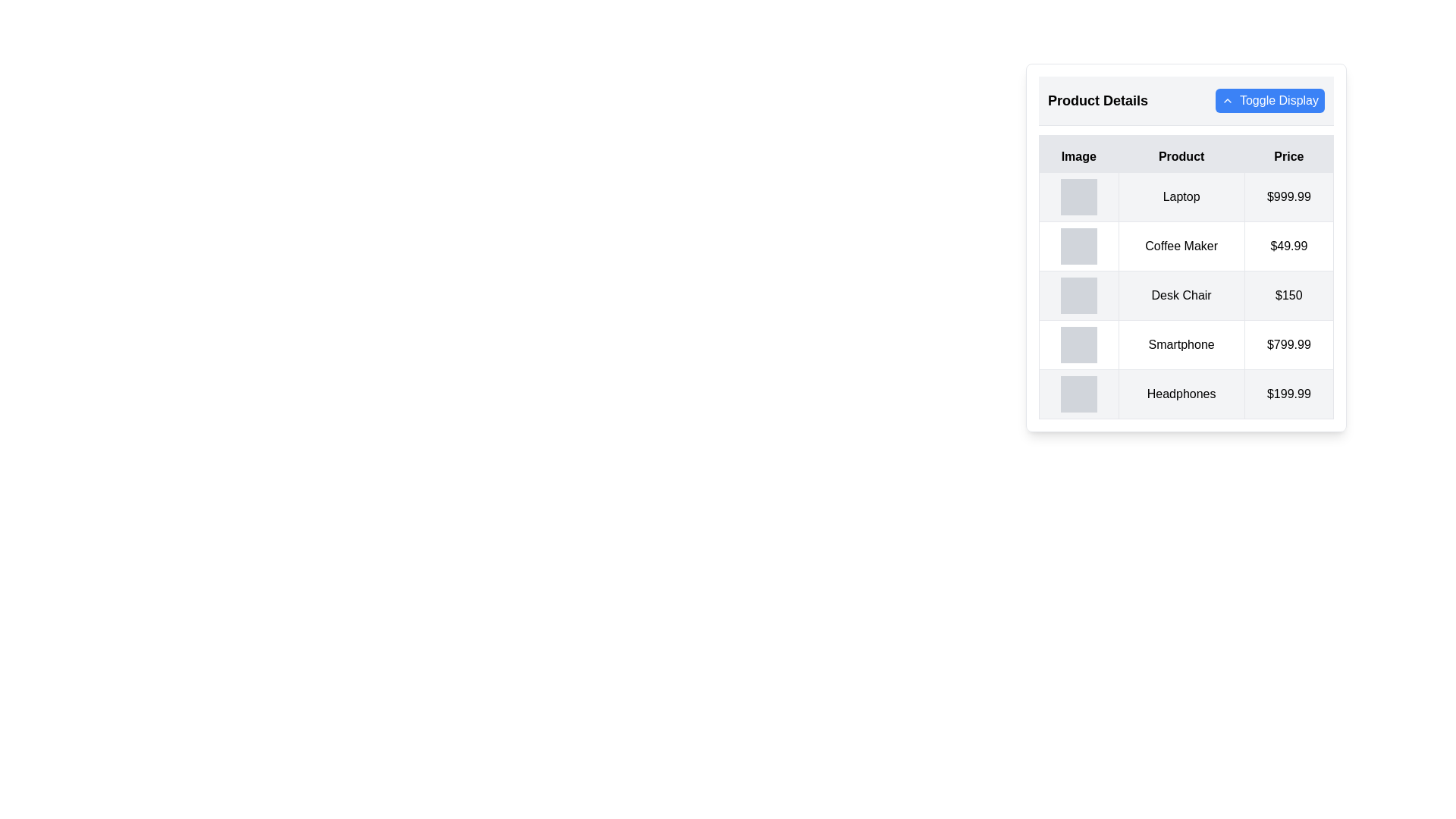 This screenshot has width=1456, height=819. I want to click on the fourth row in the product table that provides detailed information about a specific product, including its name and price, so click(1185, 345).